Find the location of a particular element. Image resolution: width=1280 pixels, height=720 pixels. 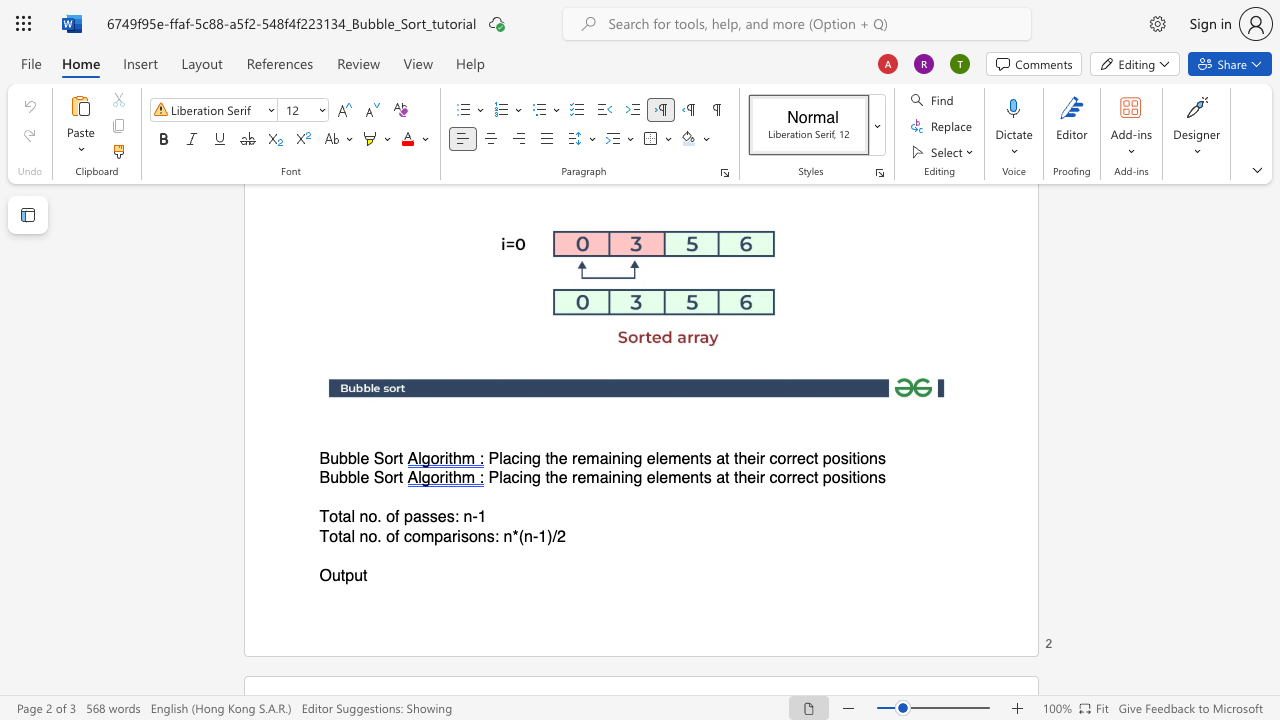

the 1th character "S" in the text is located at coordinates (379, 478).